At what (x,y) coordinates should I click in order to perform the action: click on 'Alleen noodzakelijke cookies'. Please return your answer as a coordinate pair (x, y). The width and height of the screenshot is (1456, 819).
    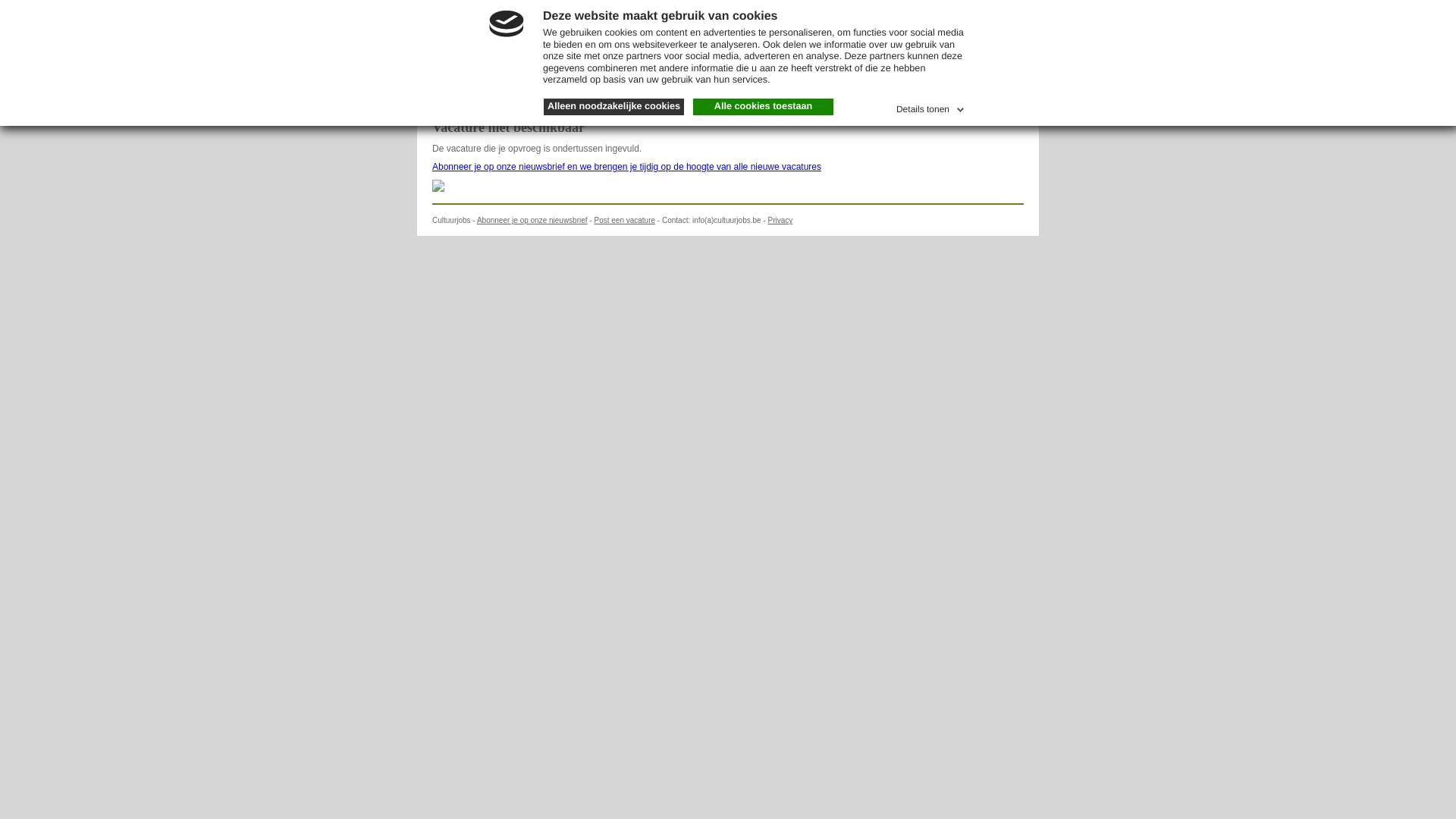
    Looking at the image, I should click on (613, 106).